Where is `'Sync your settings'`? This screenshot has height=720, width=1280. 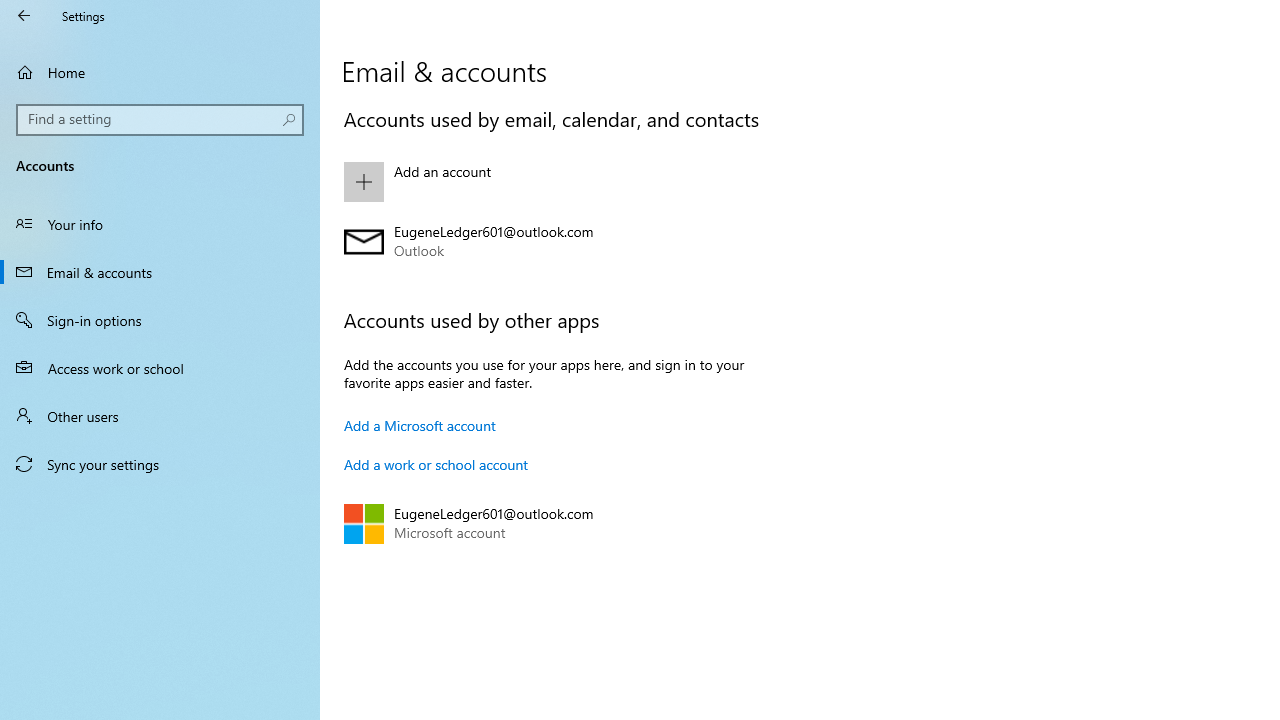
'Sync your settings' is located at coordinates (160, 464).